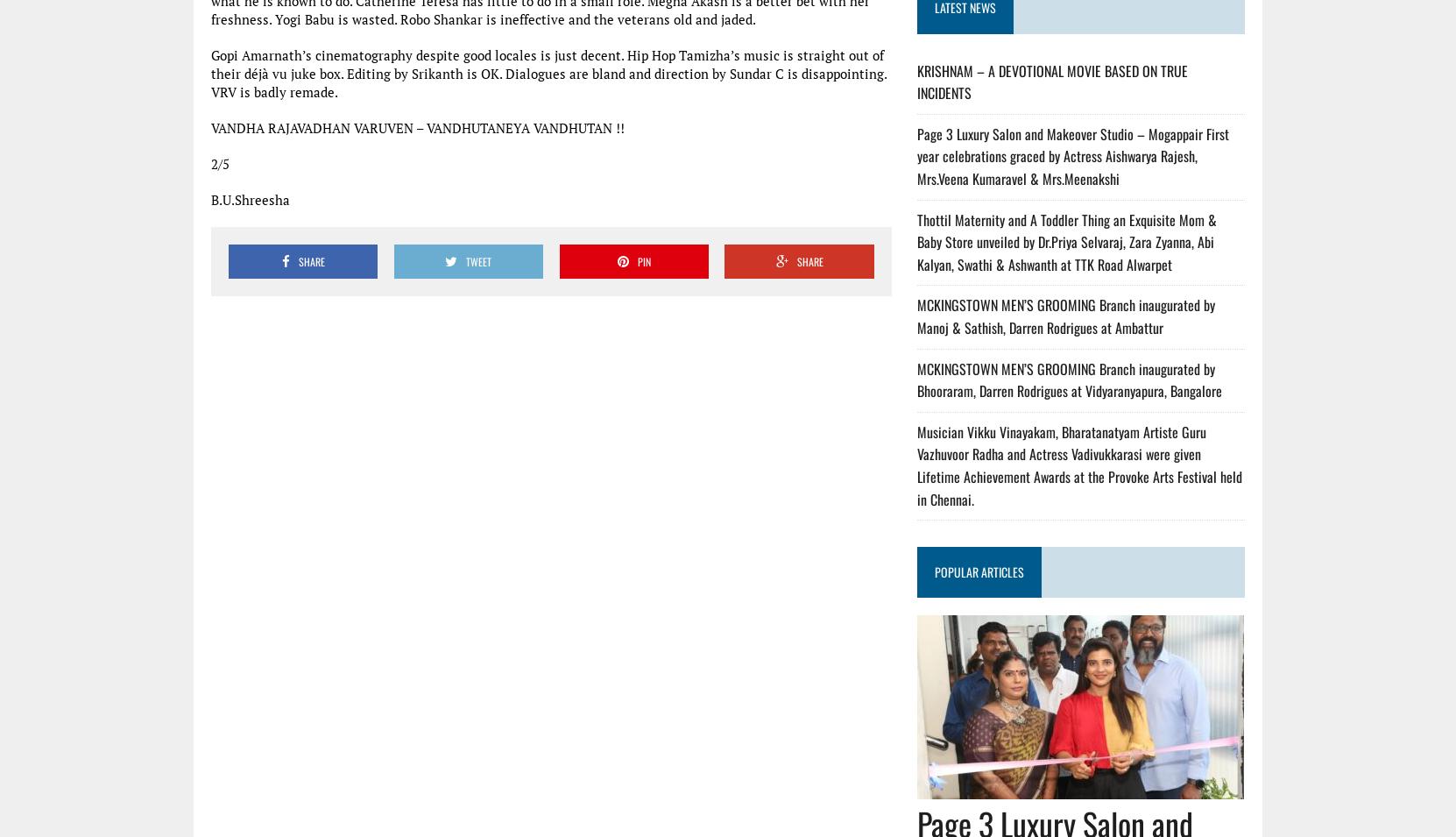 The height and width of the screenshot is (837, 1456). I want to click on 'KRISHNAM – A DEVOTIONAL MOVIE BASED ON TRUE INCIDENTS', so click(1051, 81).